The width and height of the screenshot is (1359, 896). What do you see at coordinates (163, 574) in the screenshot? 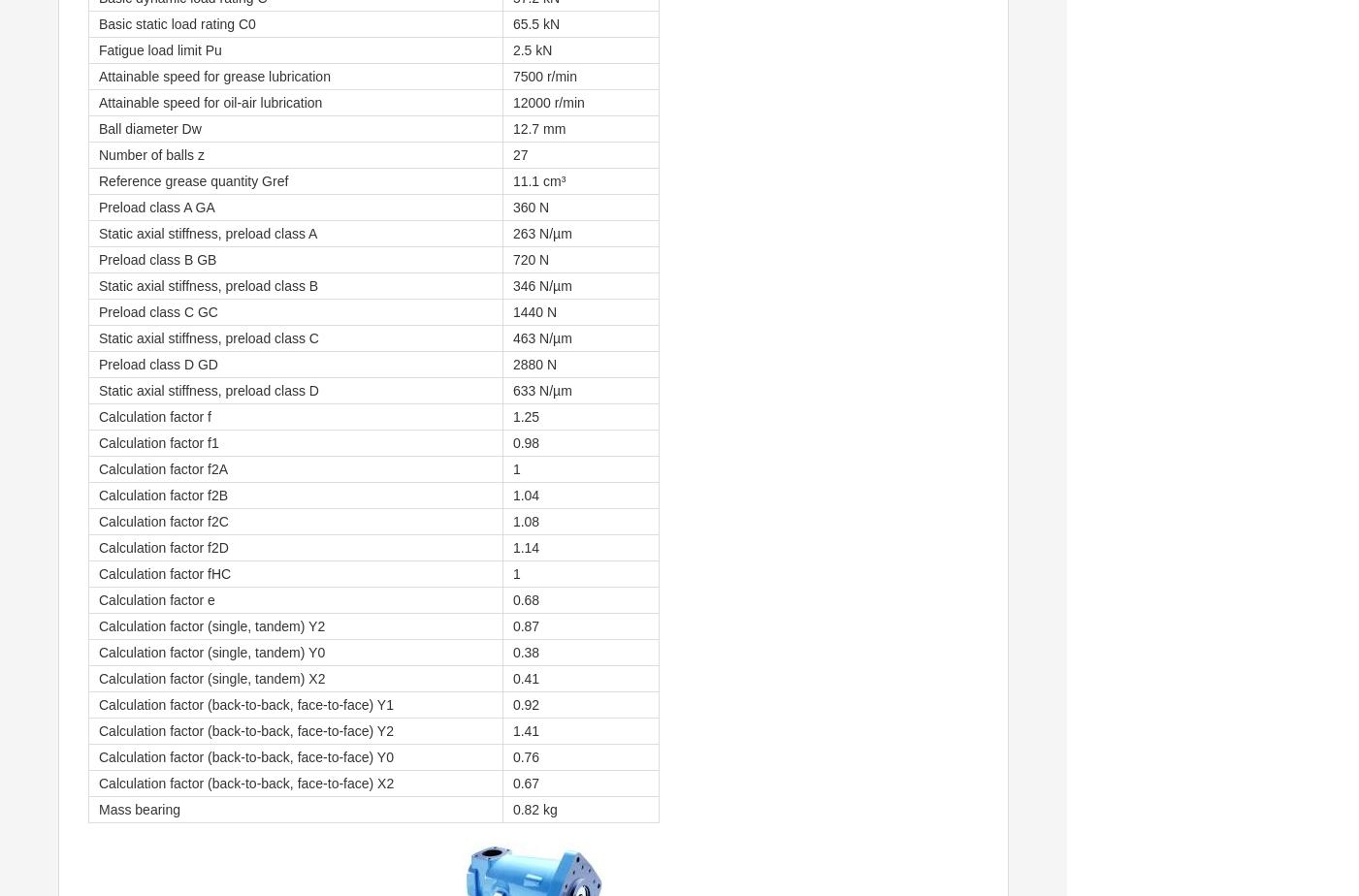
I see `'Calculation factor fHC'` at bounding box center [163, 574].